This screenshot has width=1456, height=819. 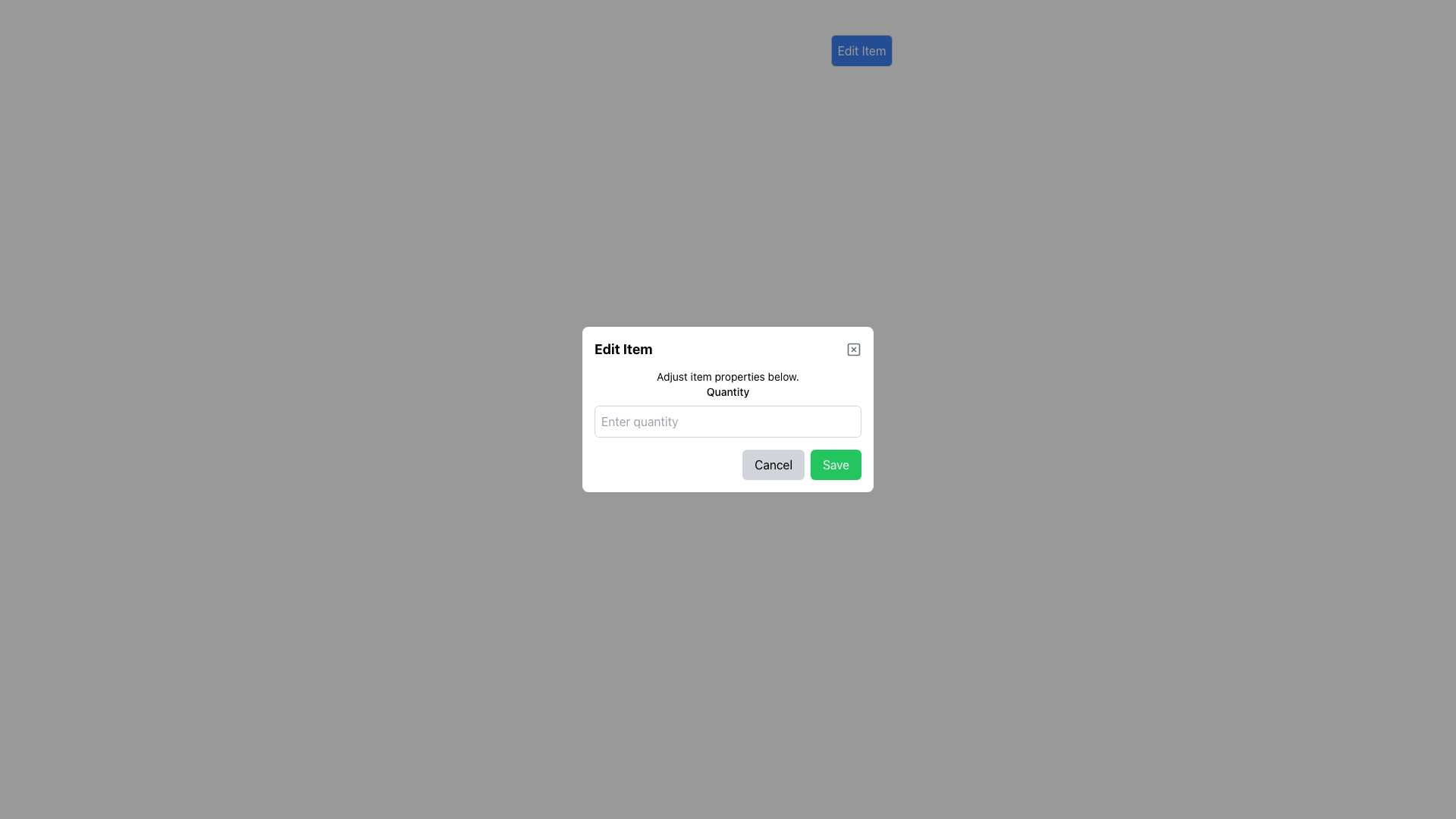 What do you see at coordinates (861, 49) in the screenshot?
I see `the edit button located at the top-right section of the interface` at bounding box center [861, 49].